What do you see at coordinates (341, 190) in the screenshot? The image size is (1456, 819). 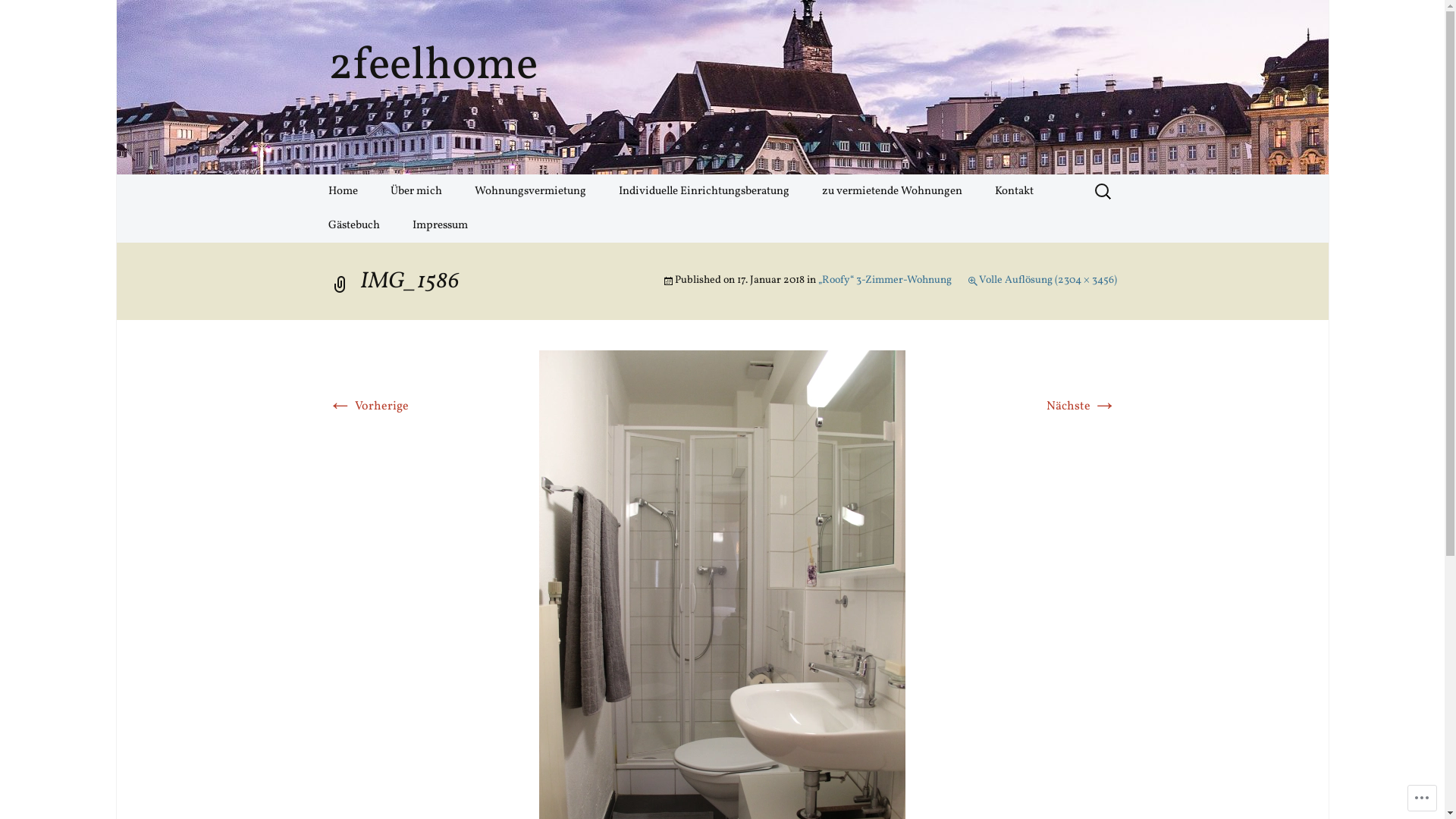 I see `'Home'` at bounding box center [341, 190].